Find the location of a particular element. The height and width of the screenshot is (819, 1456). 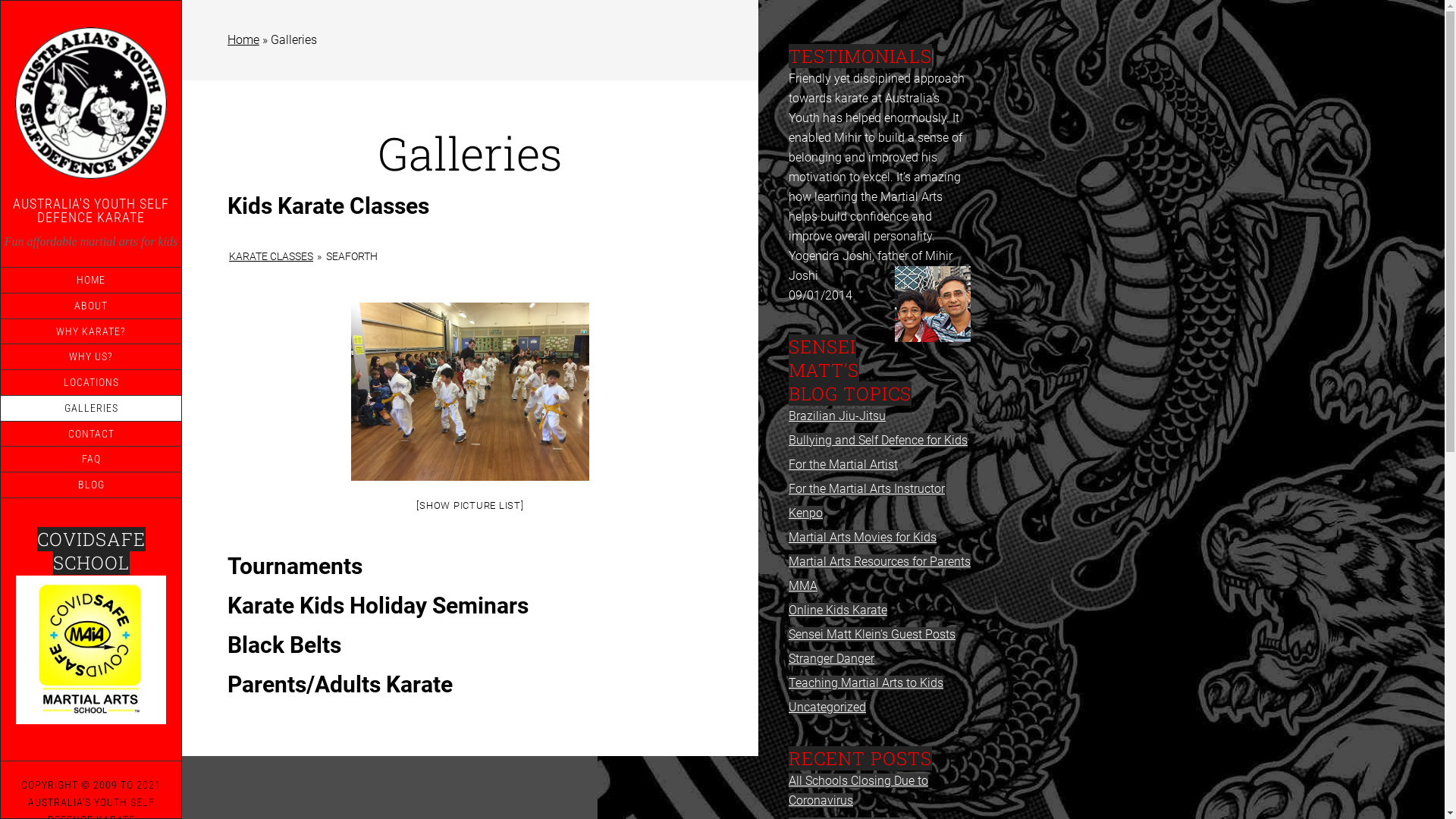

'FAQ' is located at coordinates (90, 458).